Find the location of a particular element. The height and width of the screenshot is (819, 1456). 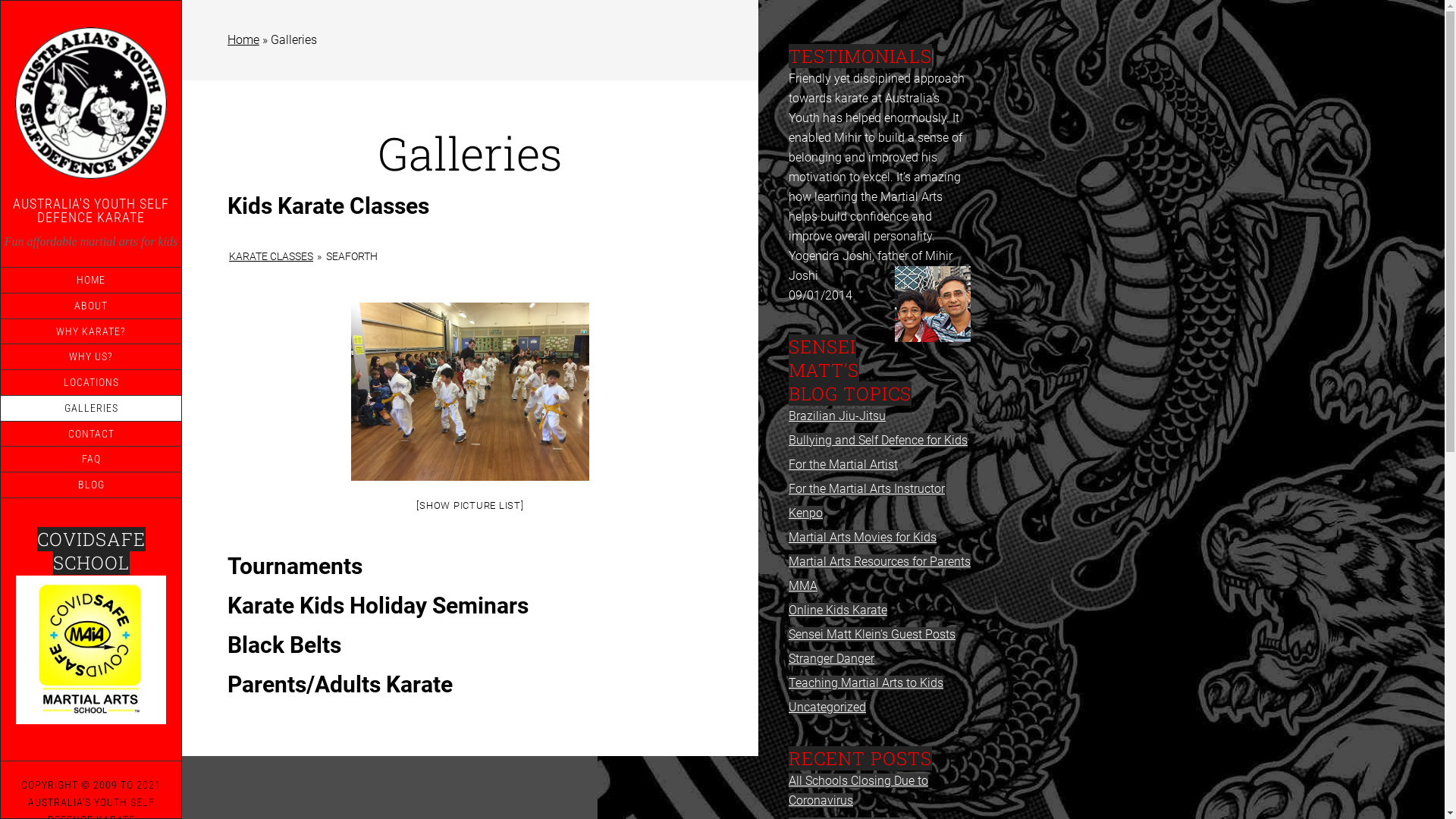

'FAQ' is located at coordinates (90, 458).